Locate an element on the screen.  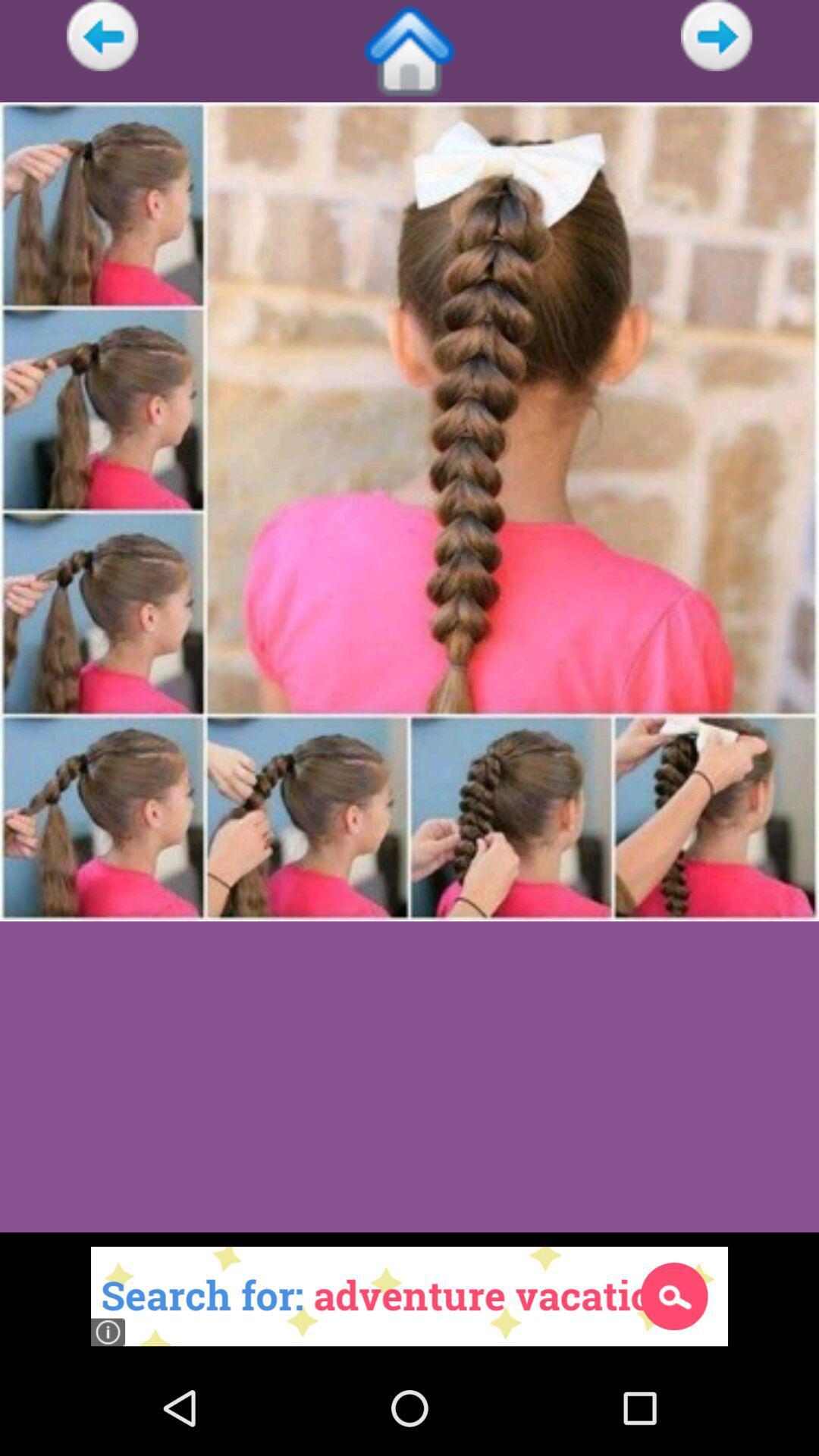
the home icon is located at coordinates (409, 55).